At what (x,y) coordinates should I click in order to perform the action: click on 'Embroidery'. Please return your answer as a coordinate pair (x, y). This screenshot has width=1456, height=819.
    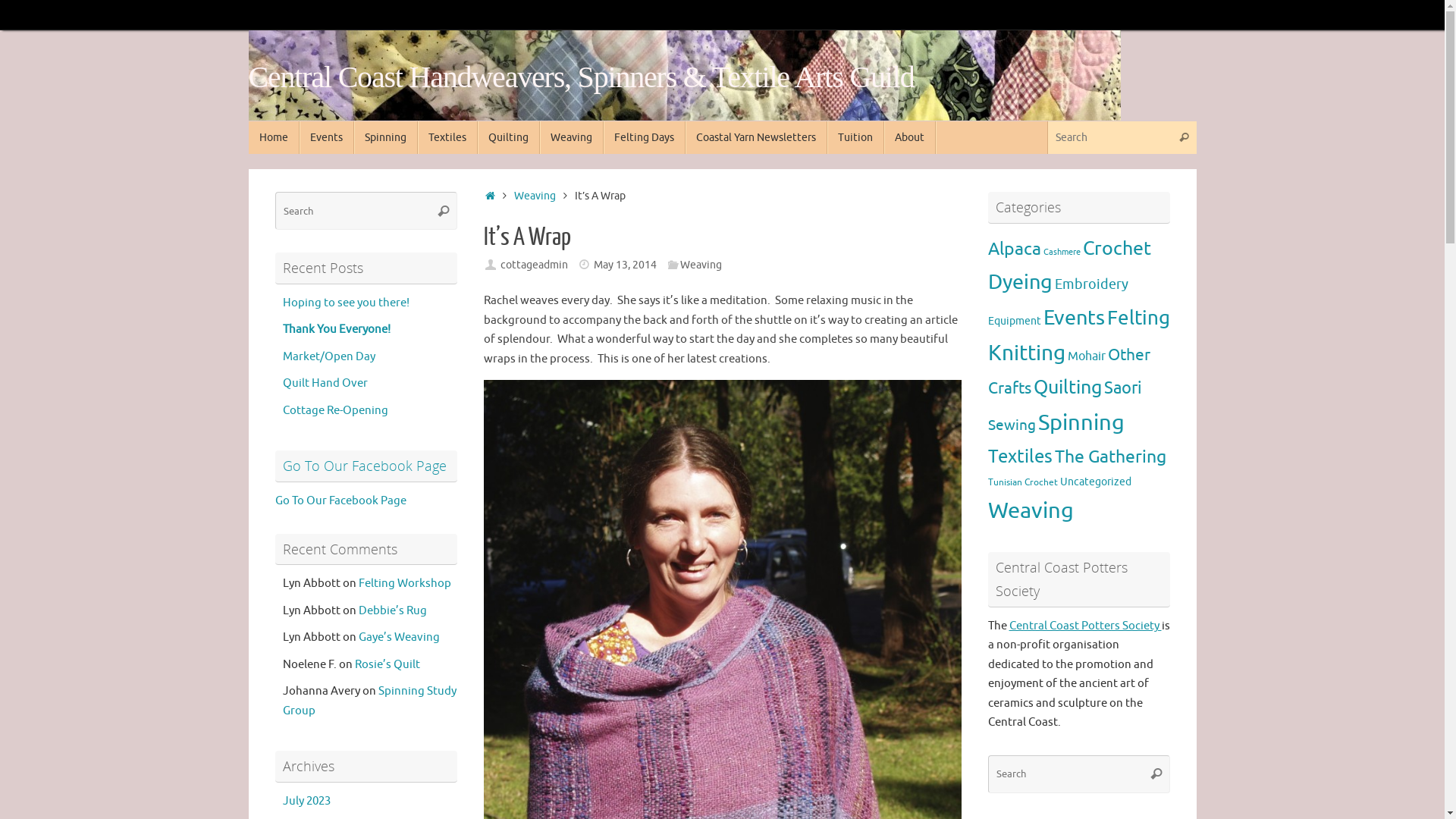
    Looking at the image, I should click on (1090, 284).